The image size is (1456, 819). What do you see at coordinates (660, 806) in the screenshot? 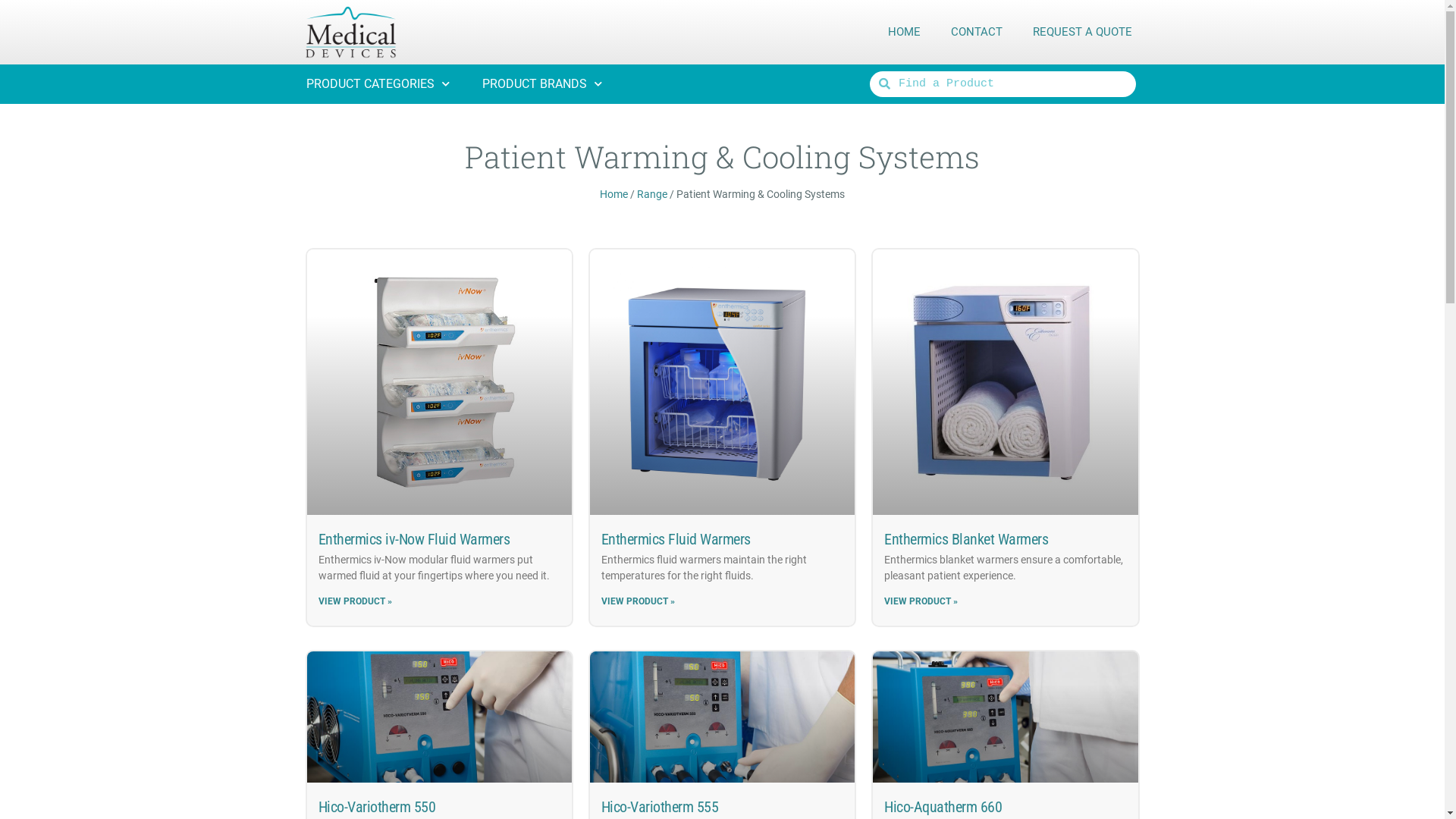
I see `'Hico-Variotherm 555'` at bounding box center [660, 806].